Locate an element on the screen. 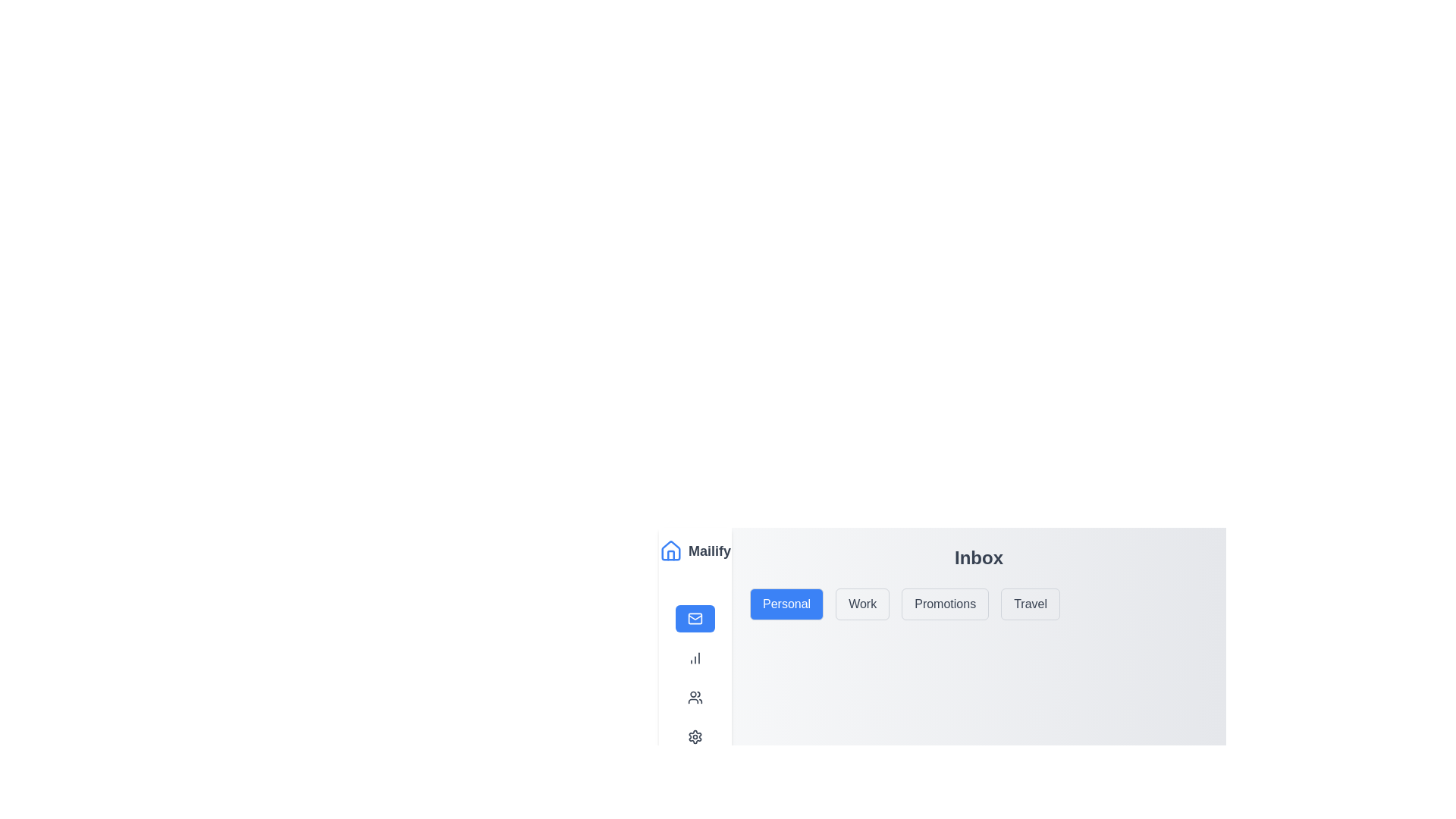 This screenshot has width=1456, height=819. the Profile button, which is represented by an icon of two user silhouettes and the text 'Profile', located as the third interactive item in the vertical group of controls on the left-hand side of the interface is located at coordinates (694, 698).